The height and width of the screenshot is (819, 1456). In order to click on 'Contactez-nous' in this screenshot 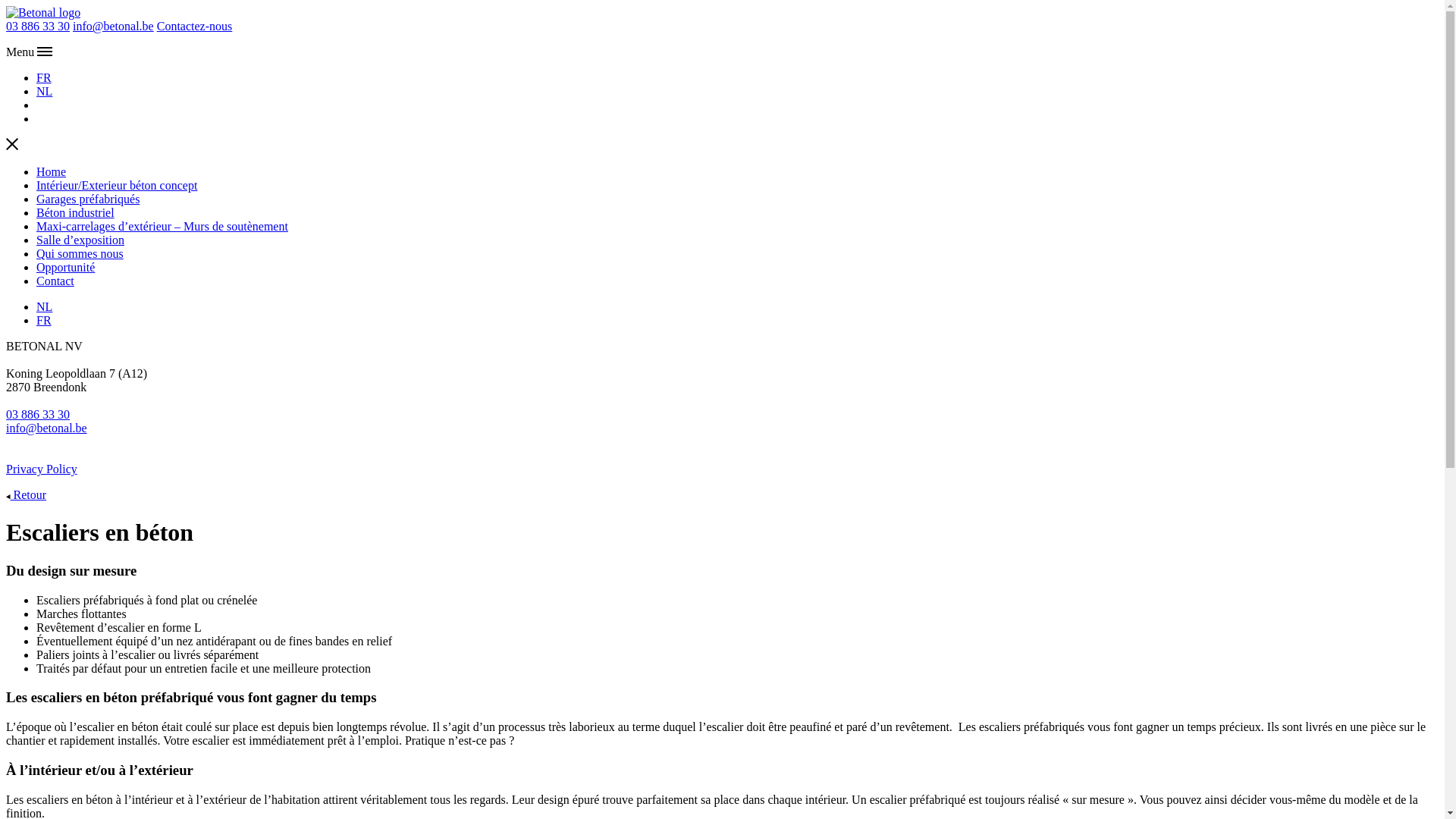, I will do `click(156, 26)`.